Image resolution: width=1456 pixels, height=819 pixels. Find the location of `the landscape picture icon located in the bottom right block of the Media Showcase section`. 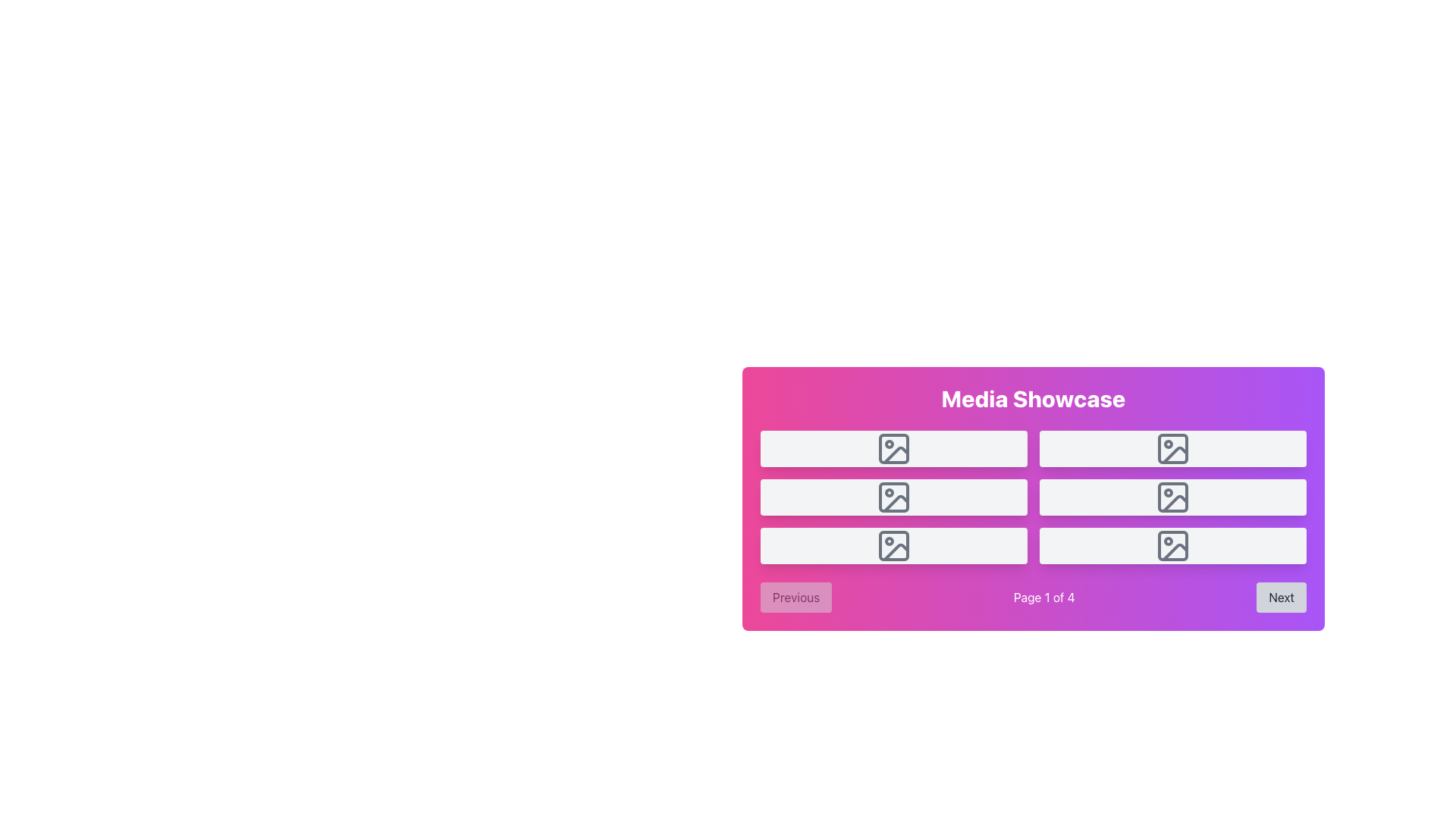

the landscape picture icon located in the bottom right block of the Media Showcase section is located at coordinates (1172, 546).